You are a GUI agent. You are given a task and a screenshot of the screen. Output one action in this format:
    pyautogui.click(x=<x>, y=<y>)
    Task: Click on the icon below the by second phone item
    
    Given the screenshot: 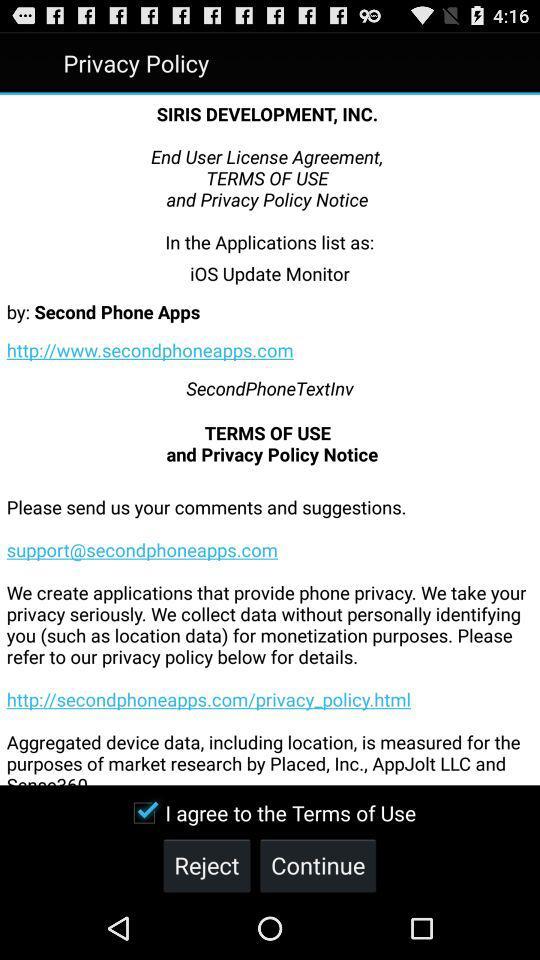 What is the action you would take?
    pyautogui.click(x=149, y=349)
    